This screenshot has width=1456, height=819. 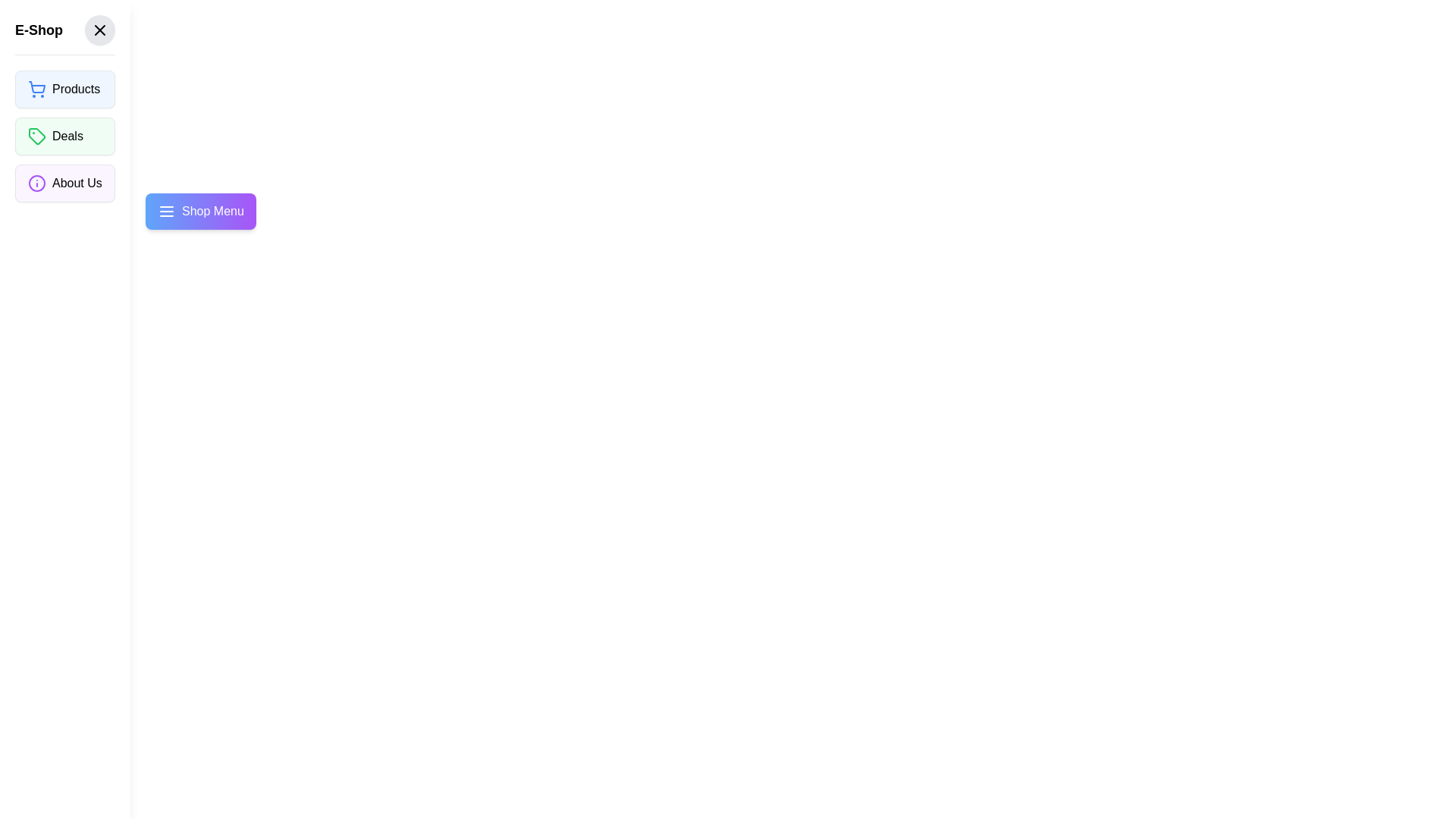 What do you see at coordinates (64, 136) in the screenshot?
I see `the 'Deals' button to select it` at bounding box center [64, 136].